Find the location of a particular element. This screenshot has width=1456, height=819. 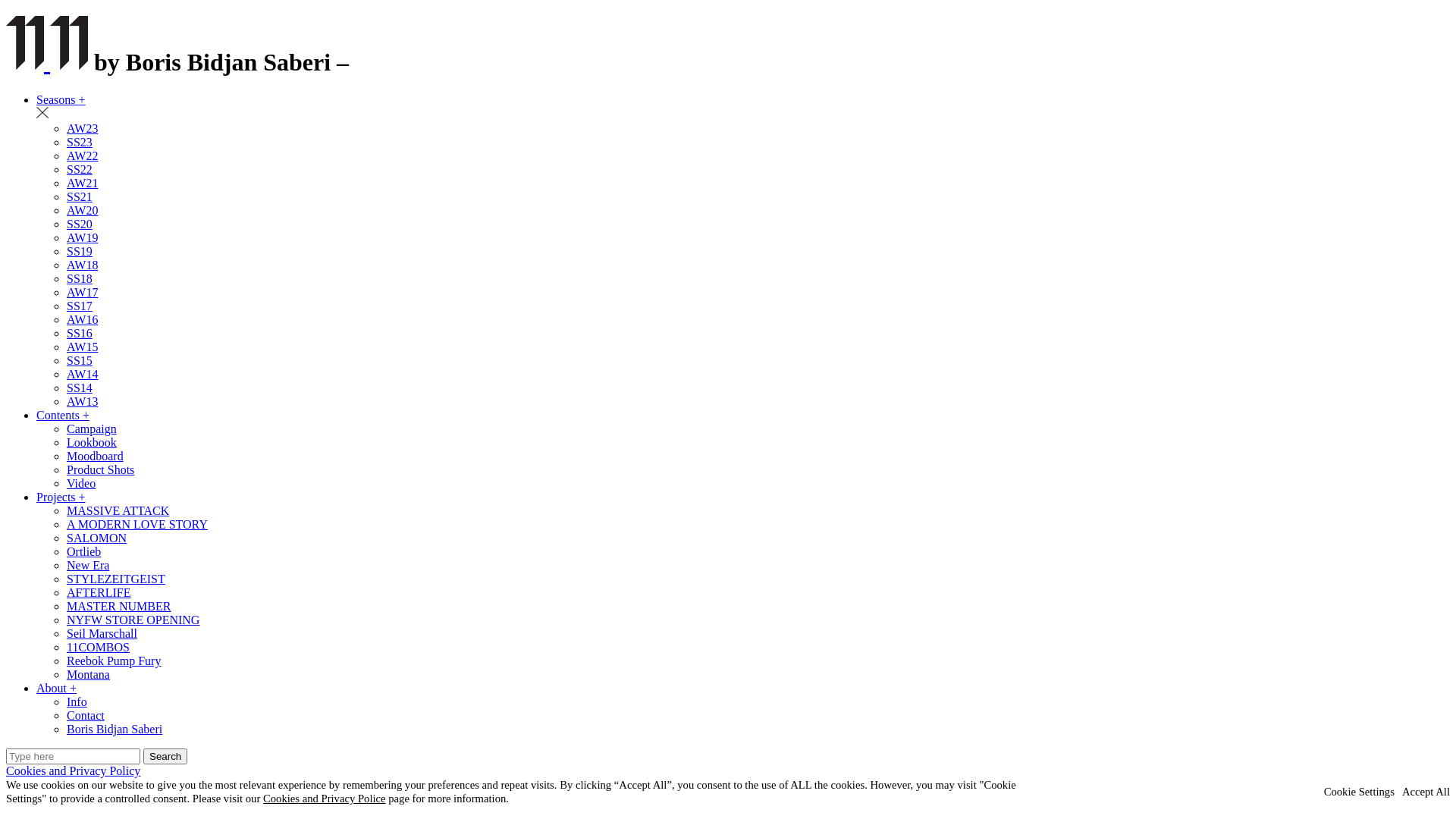

'AW13' is located at coordinates (81, 400).